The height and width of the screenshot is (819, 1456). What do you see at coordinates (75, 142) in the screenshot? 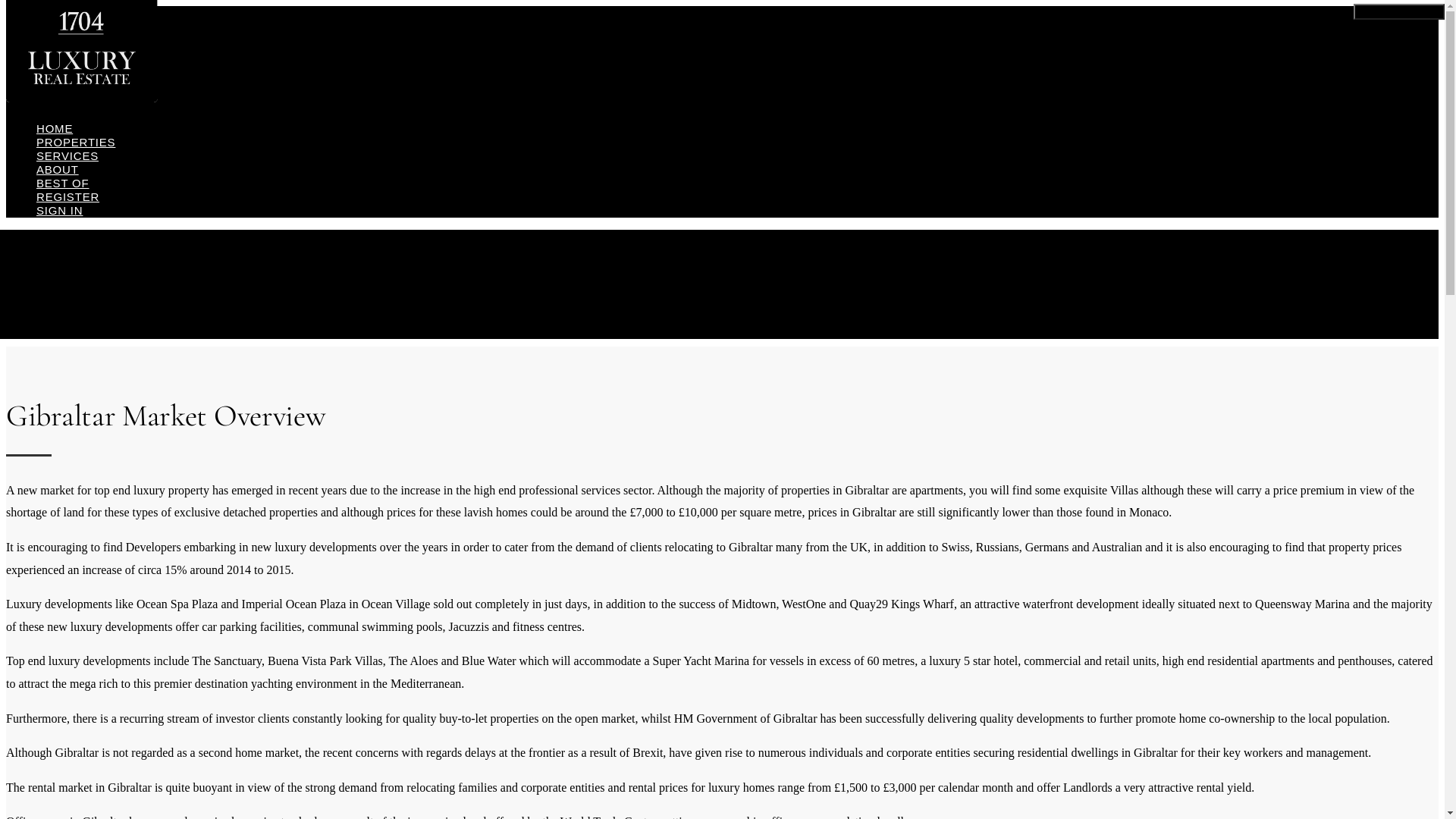
I see `'PROPERTIES'` at bounding box center [75, 142].